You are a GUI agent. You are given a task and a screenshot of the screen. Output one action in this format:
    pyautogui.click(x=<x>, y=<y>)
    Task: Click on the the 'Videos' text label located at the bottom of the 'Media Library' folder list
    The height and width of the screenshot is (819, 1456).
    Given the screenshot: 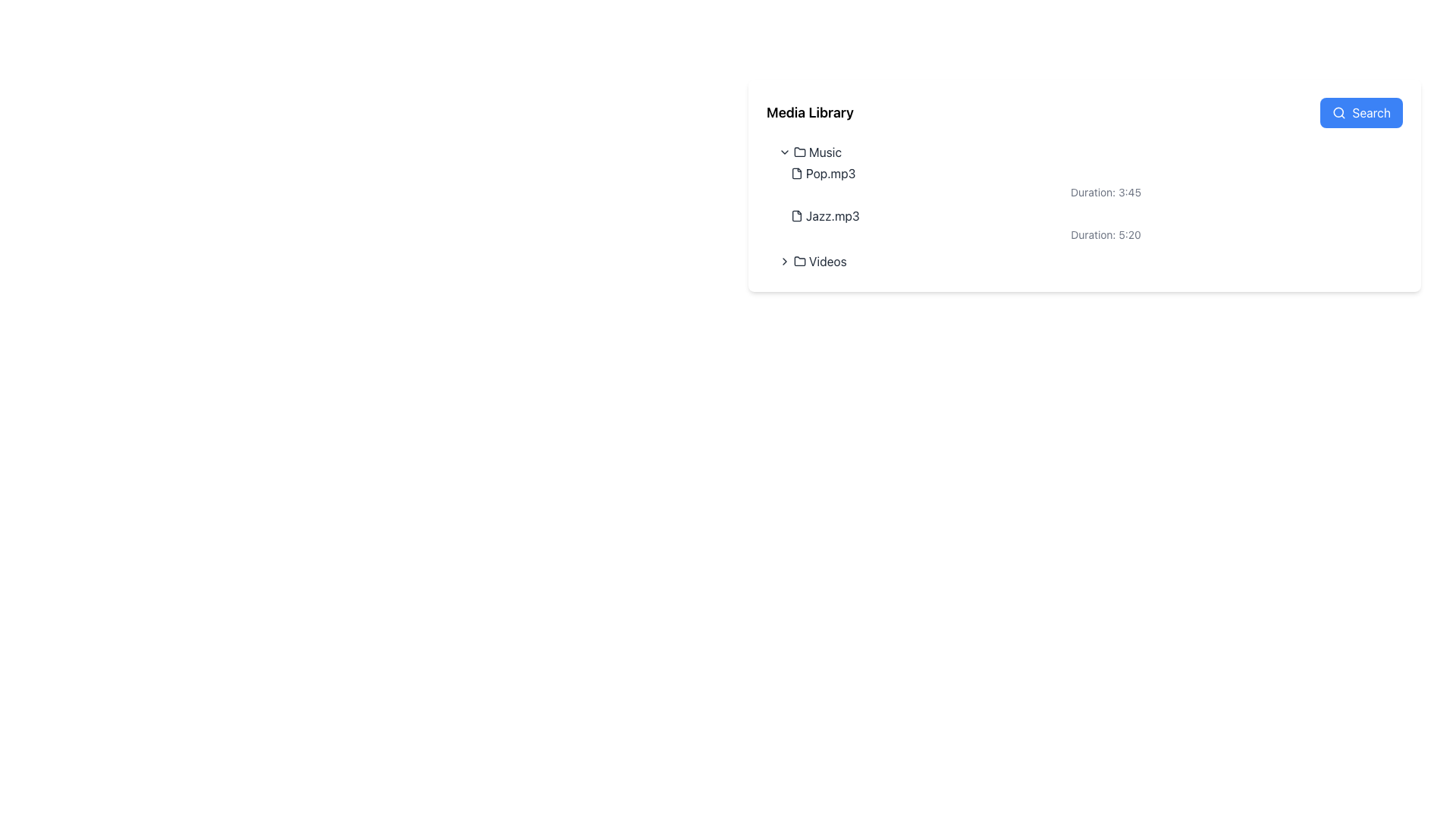 What is the action you would take?
    pyautogui.click(x=827, y=260)
    